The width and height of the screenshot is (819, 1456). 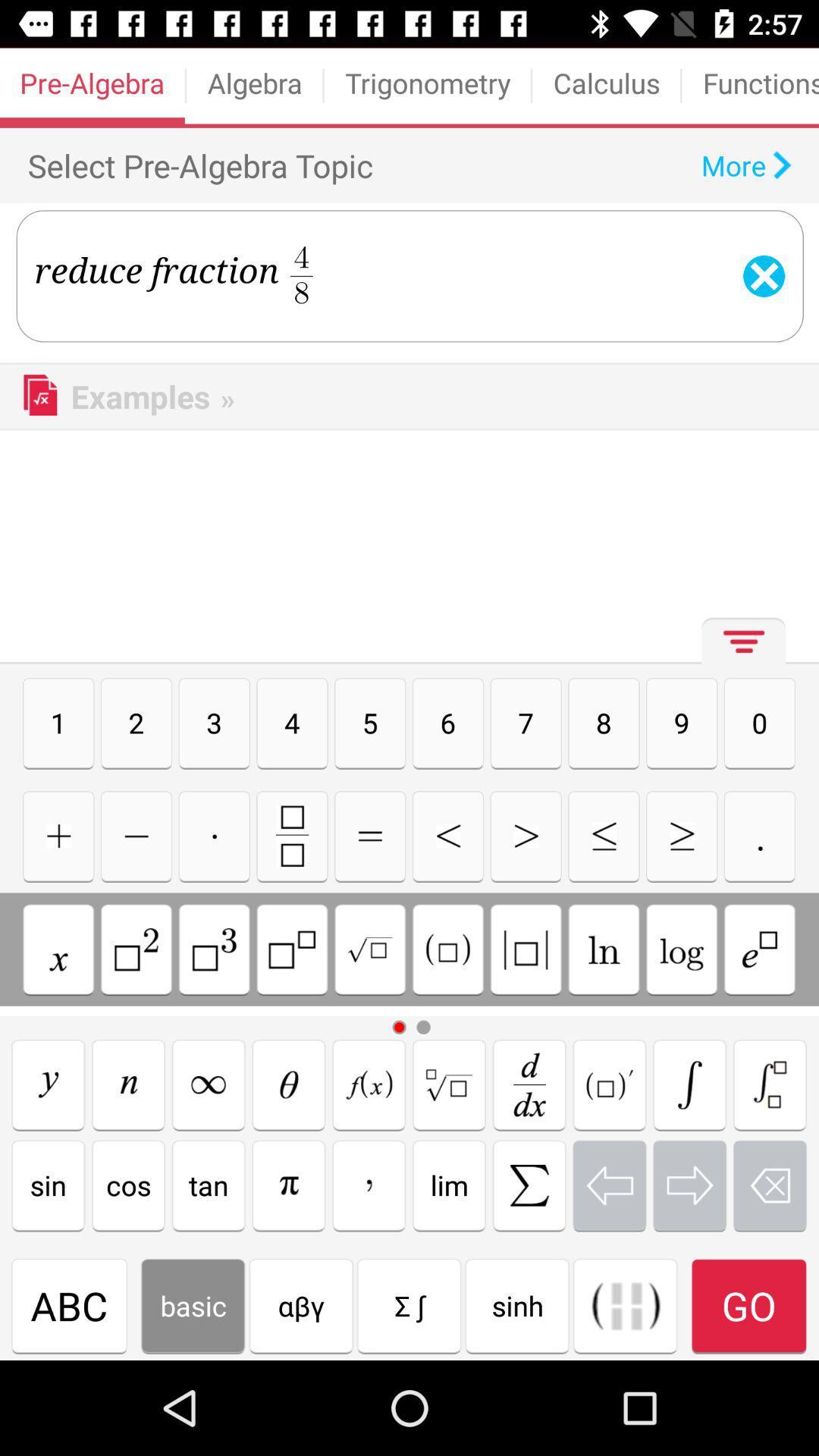 What do you see at coordinates (209, 1084) in the screenshot?
I see `input infinity symbol` at bounding box center [209, 1084].